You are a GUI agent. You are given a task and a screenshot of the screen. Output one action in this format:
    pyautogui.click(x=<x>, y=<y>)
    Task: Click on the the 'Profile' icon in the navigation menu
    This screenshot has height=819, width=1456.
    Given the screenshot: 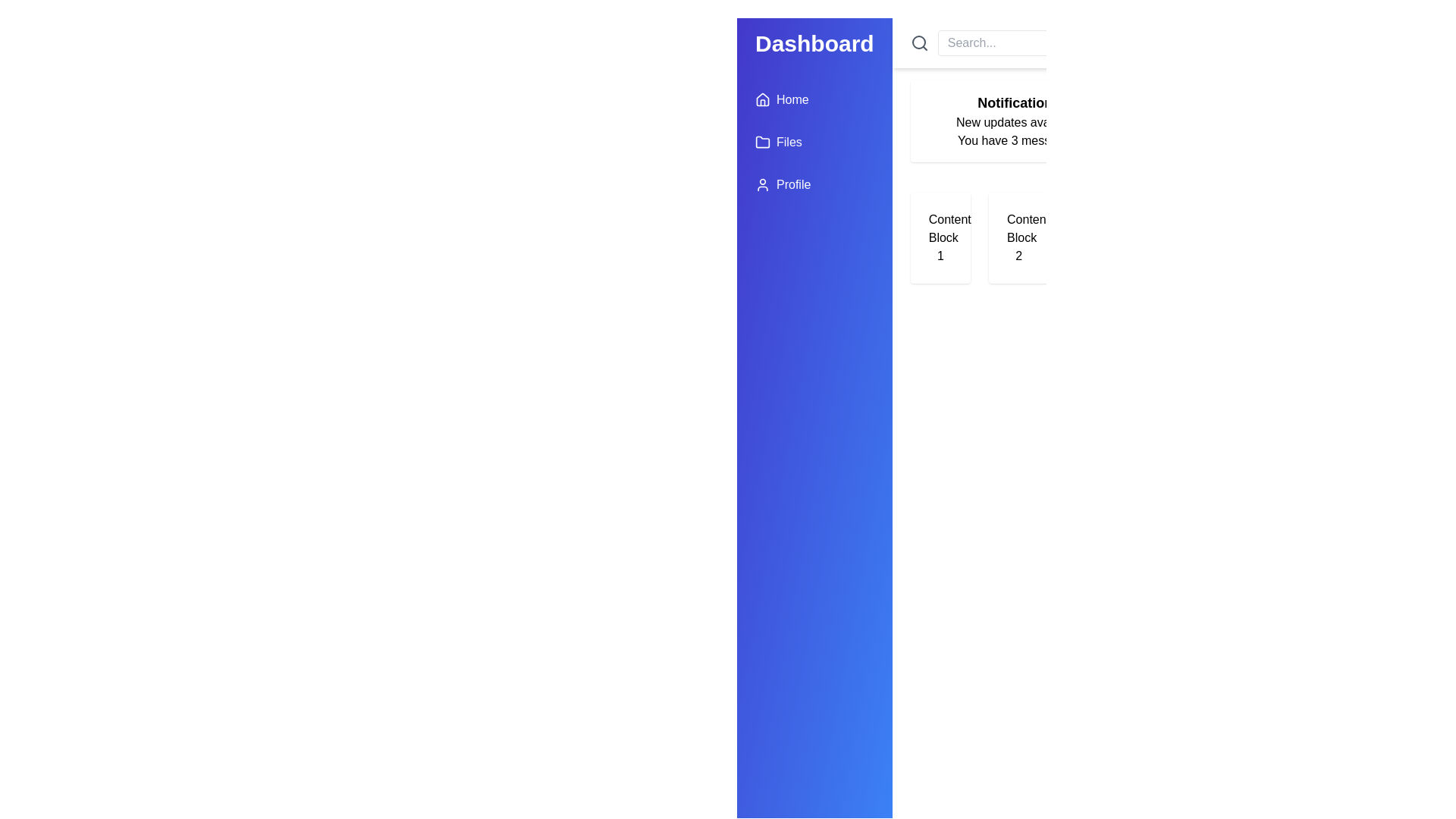 What is the action you would take?
    pyautogui.click(x=763, y=184)
    